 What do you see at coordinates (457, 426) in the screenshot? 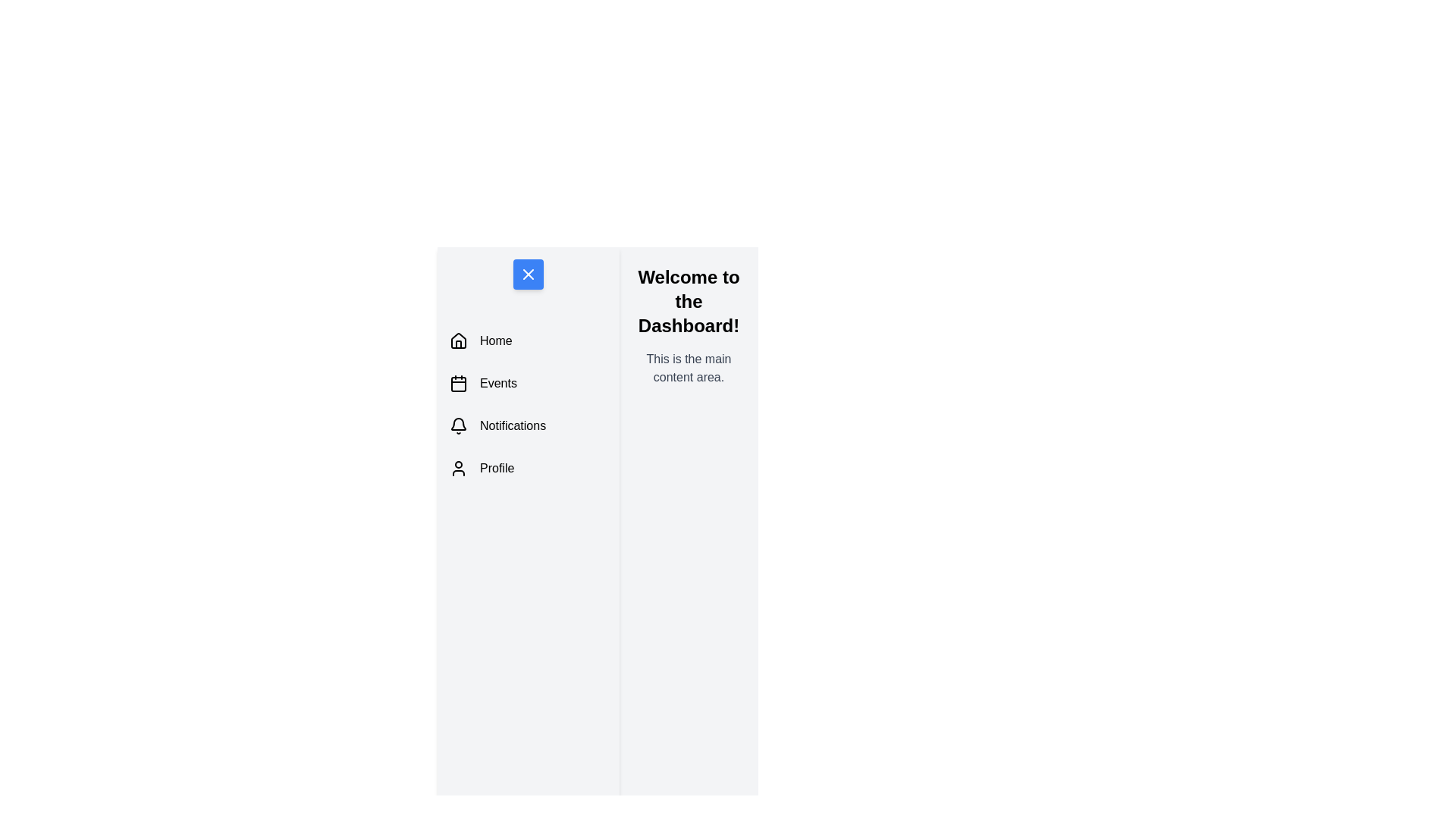
I see `the notification icon located to the left of the 'Notifications' text in the vertical navigation menu` at bounding box center [457, 426].